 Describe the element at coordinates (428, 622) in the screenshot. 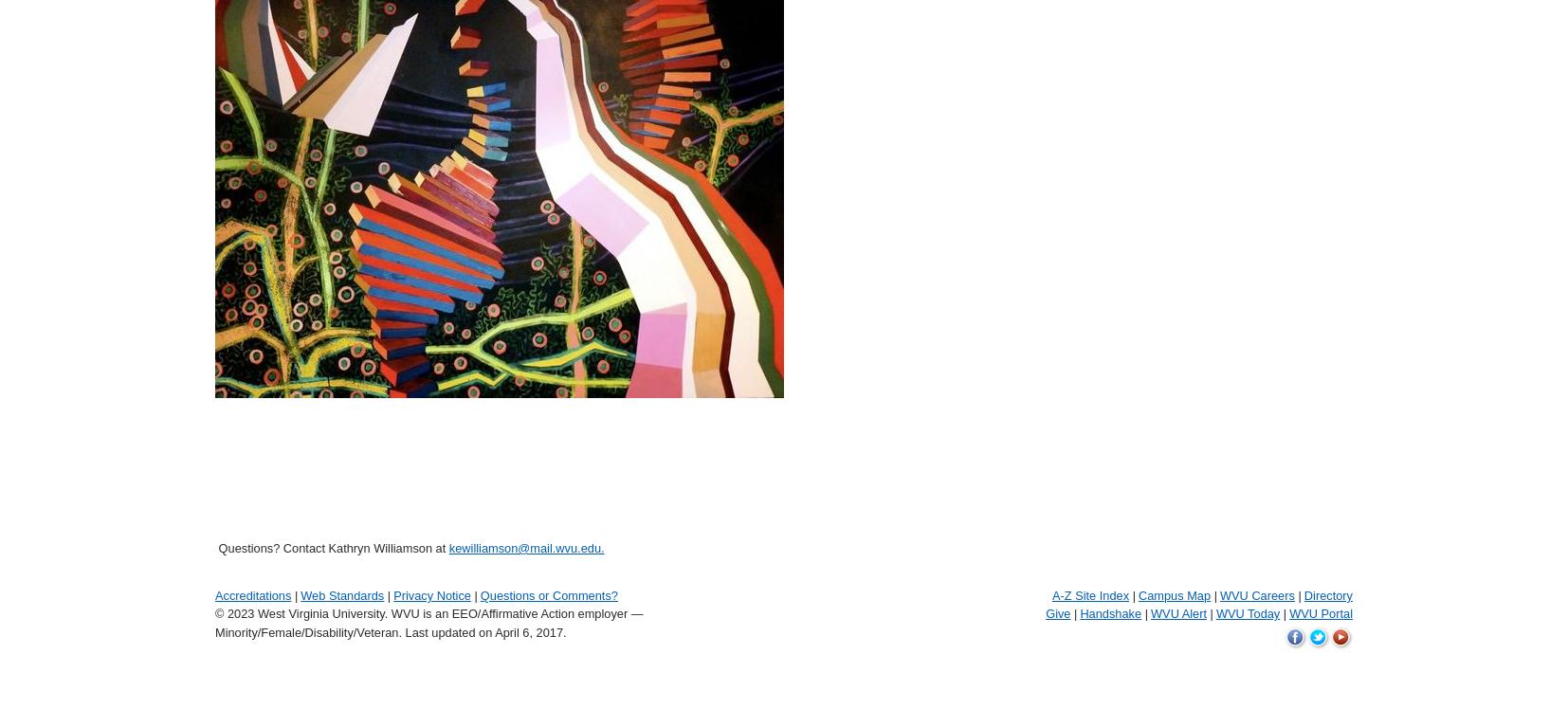

I see `'© 2023 West Virginia University. WVU is an EEO/Affirmative Action employer — Minority/Female/Disability/Veteran.'` at that location.